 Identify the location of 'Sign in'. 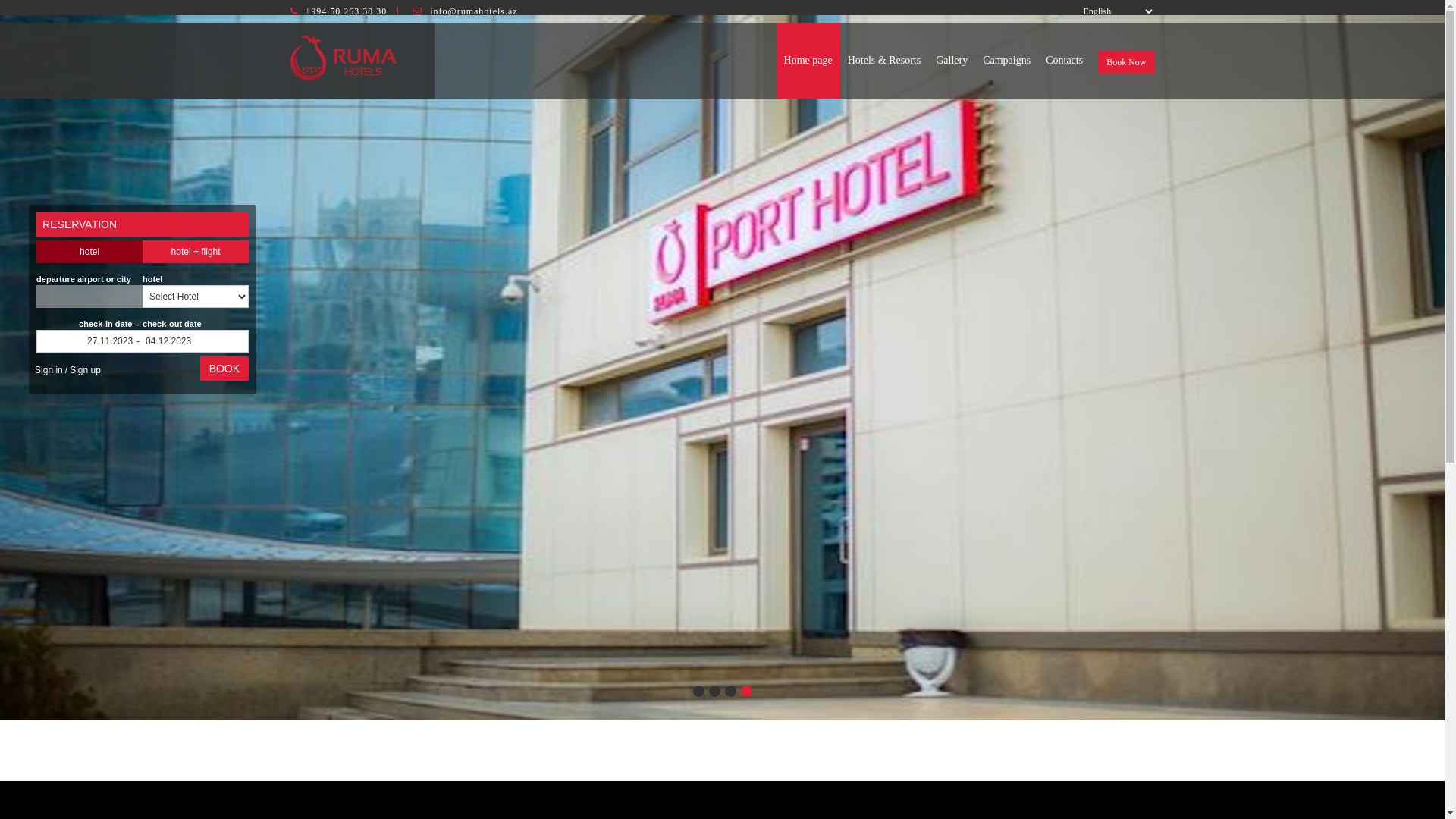
(49, 370).